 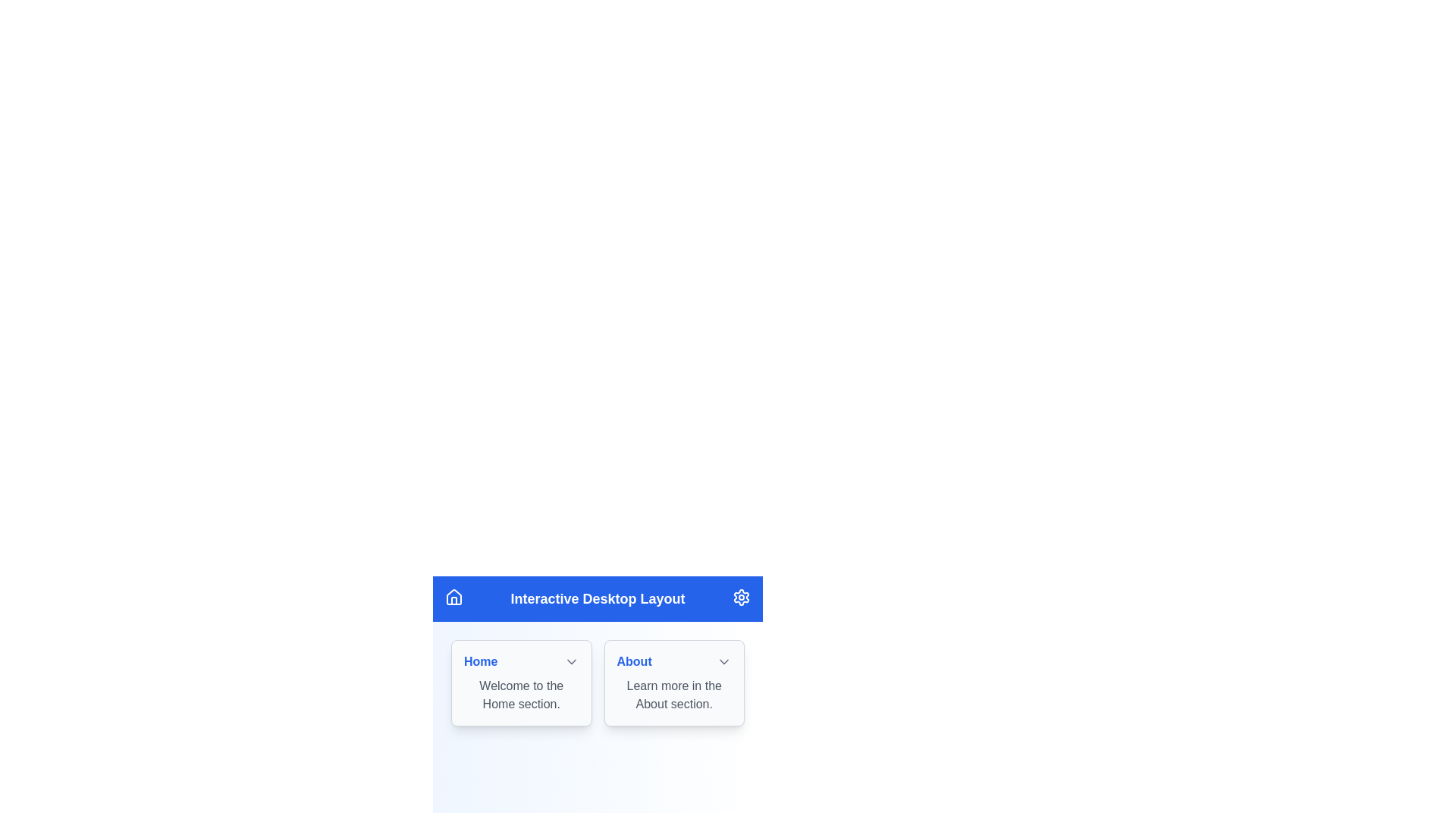 What do you see at coordinates (453, 595) in the screenshot?
I see `the Home icon located in the blue navigation bar at the top-left corner of the interface` at bounding box center [453, 595].